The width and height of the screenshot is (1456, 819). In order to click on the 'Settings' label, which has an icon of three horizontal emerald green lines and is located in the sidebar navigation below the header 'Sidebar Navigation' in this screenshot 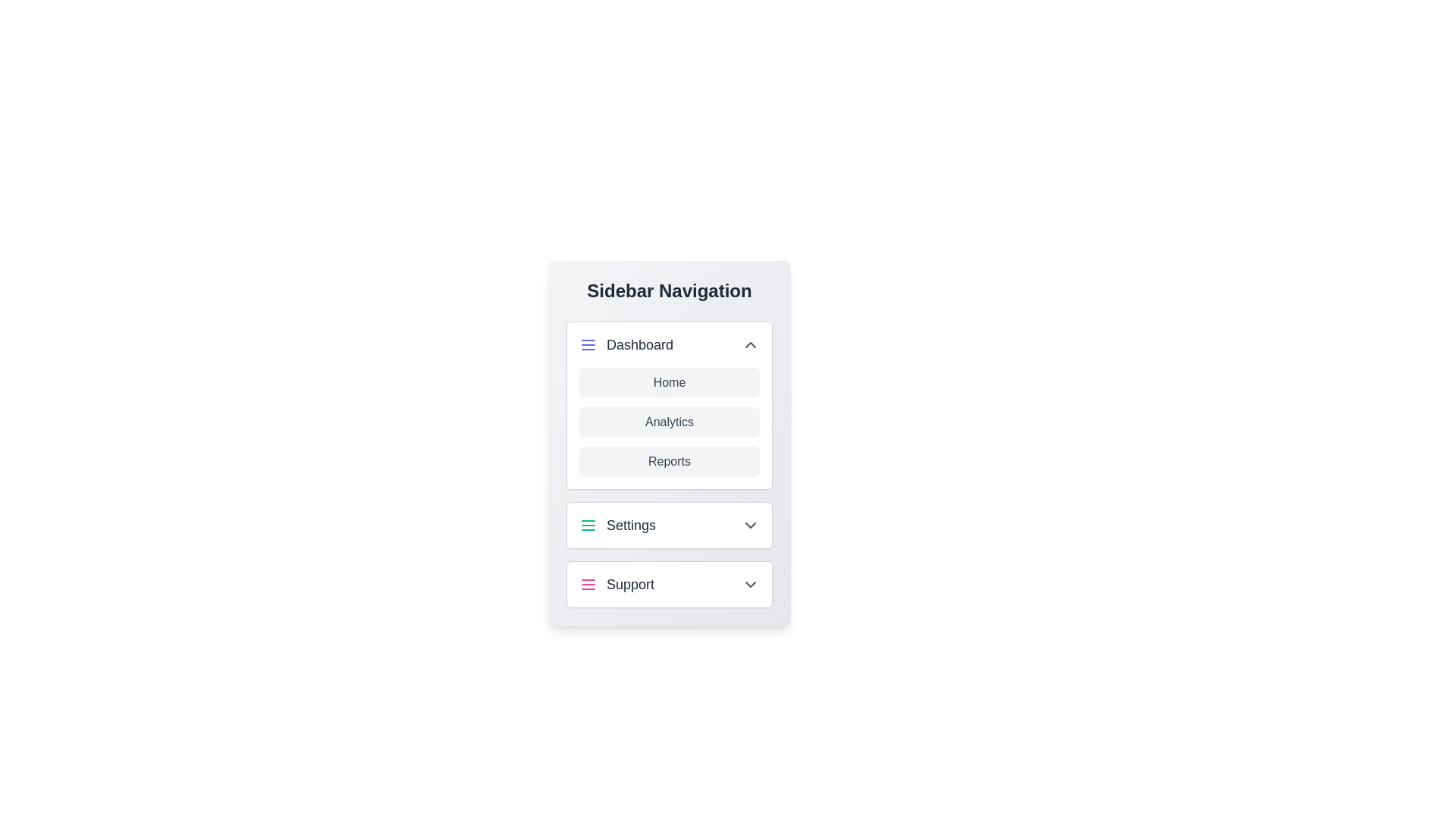, I will do `click(617, 525)`.